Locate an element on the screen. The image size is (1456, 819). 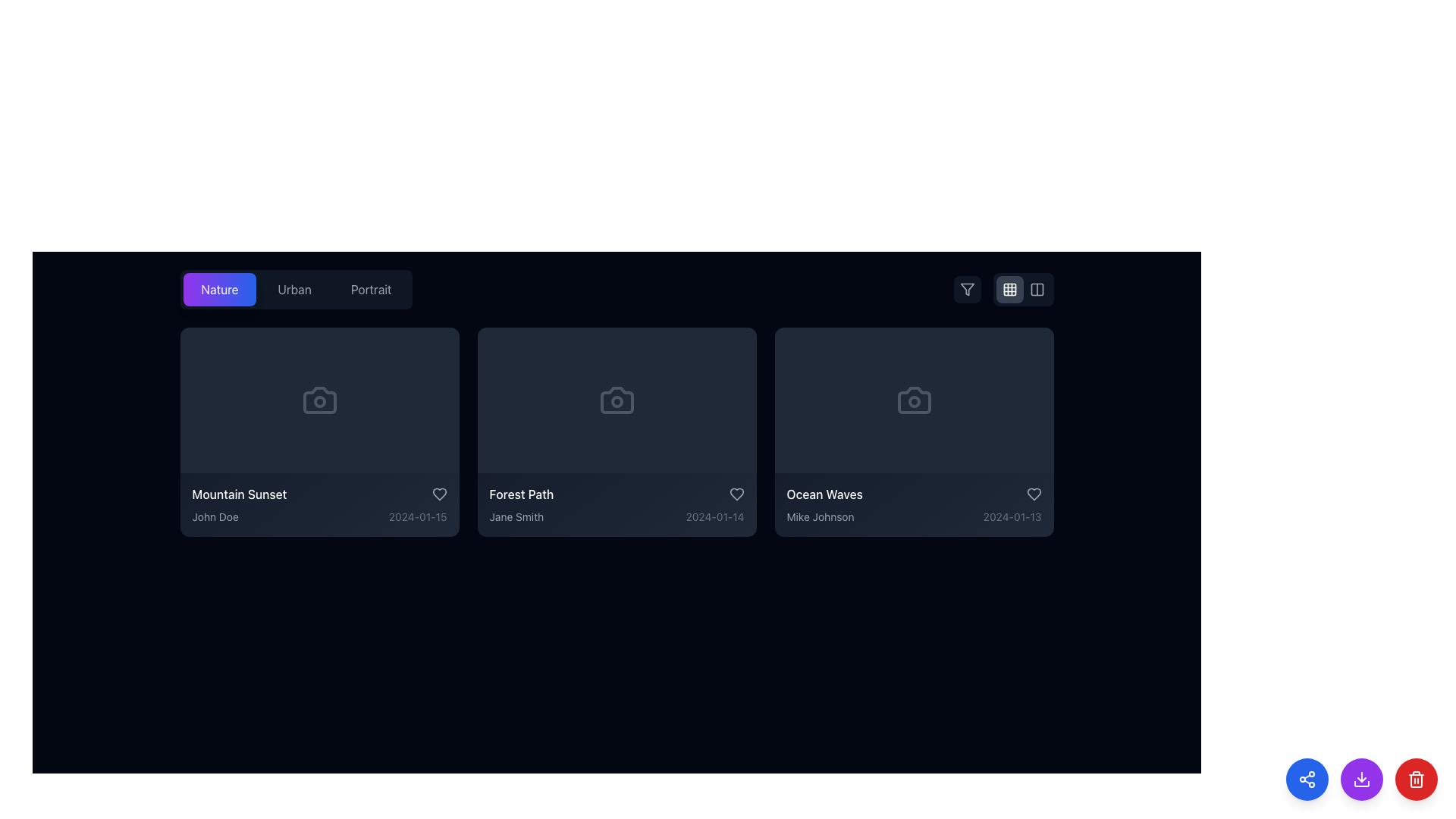
the image placeholder located in the center of the second card in a horizontally arranged list, which represents content with additional information below it is located at coordinates (617, 400).